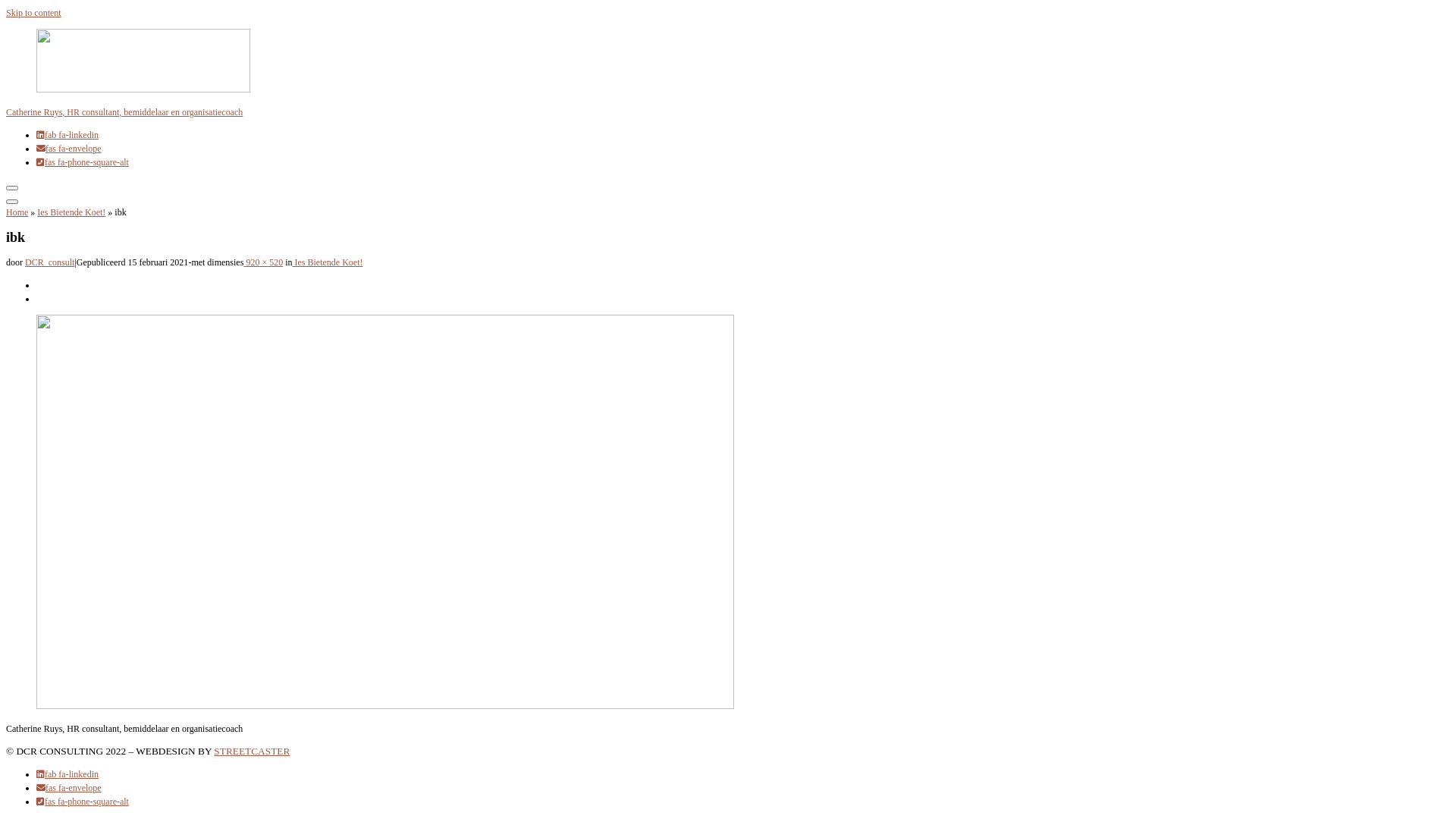  Describe the element at coordinates (36, 800) in the screenshot. I see `'fas fa-phone-square-alt'` at that location.